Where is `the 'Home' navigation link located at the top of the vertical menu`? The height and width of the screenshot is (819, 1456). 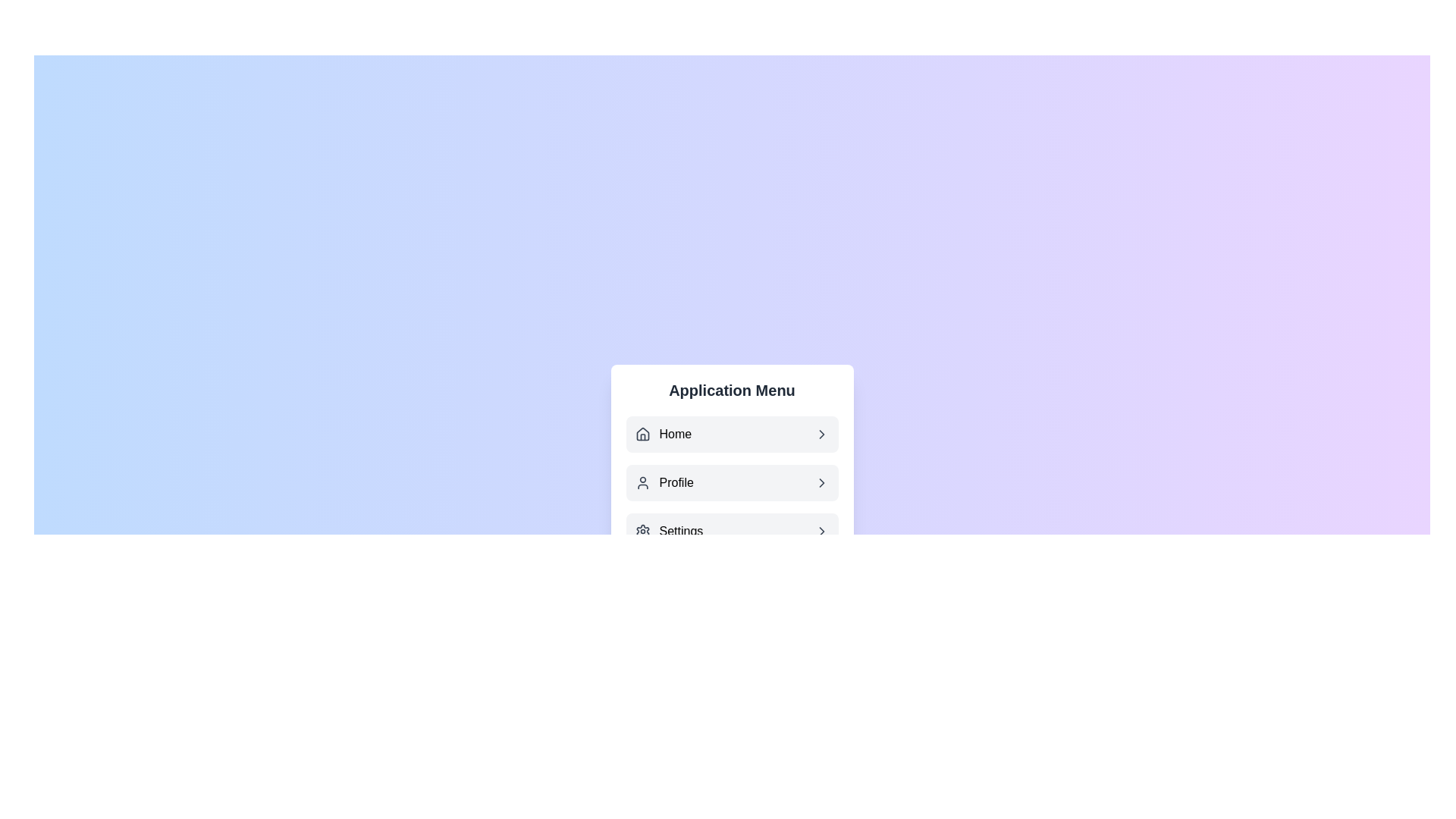 the 'Home' navigation link located at the top of the vertical menu is located at coordinates (663, 435).